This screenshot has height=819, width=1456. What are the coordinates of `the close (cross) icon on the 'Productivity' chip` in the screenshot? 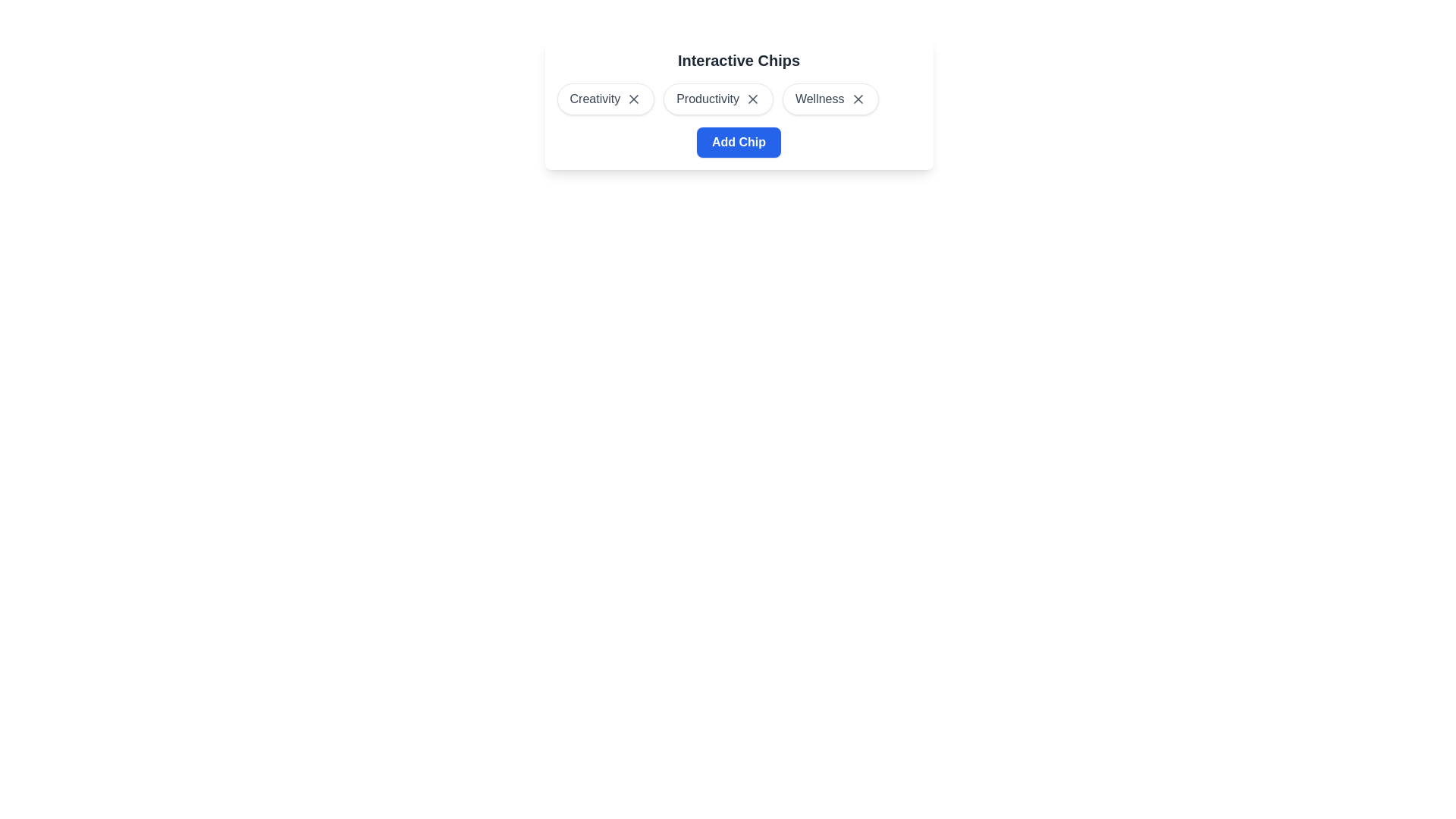 It's located at (752, 99).